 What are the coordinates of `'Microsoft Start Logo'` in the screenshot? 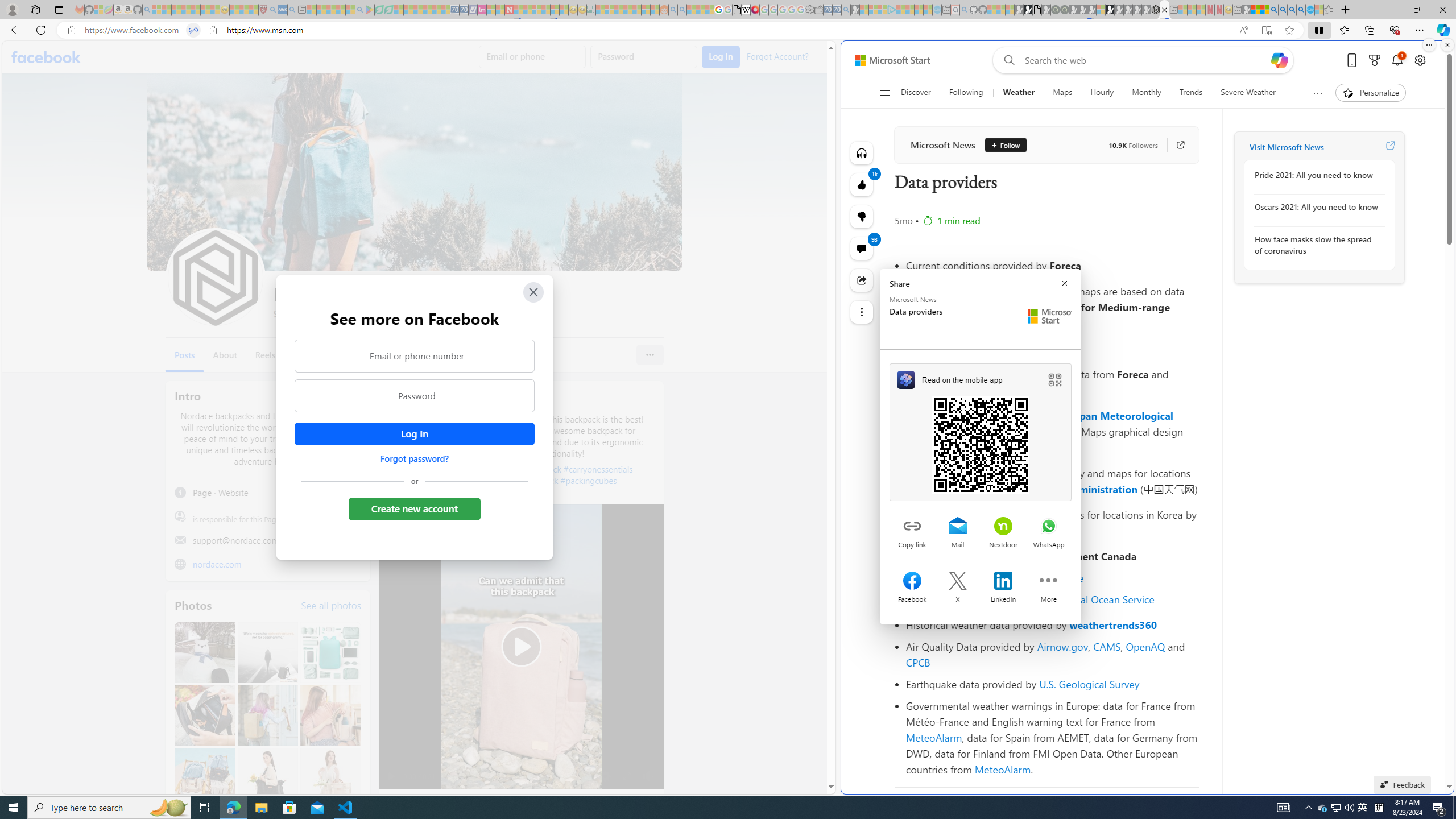 It's located at (1049, 316).